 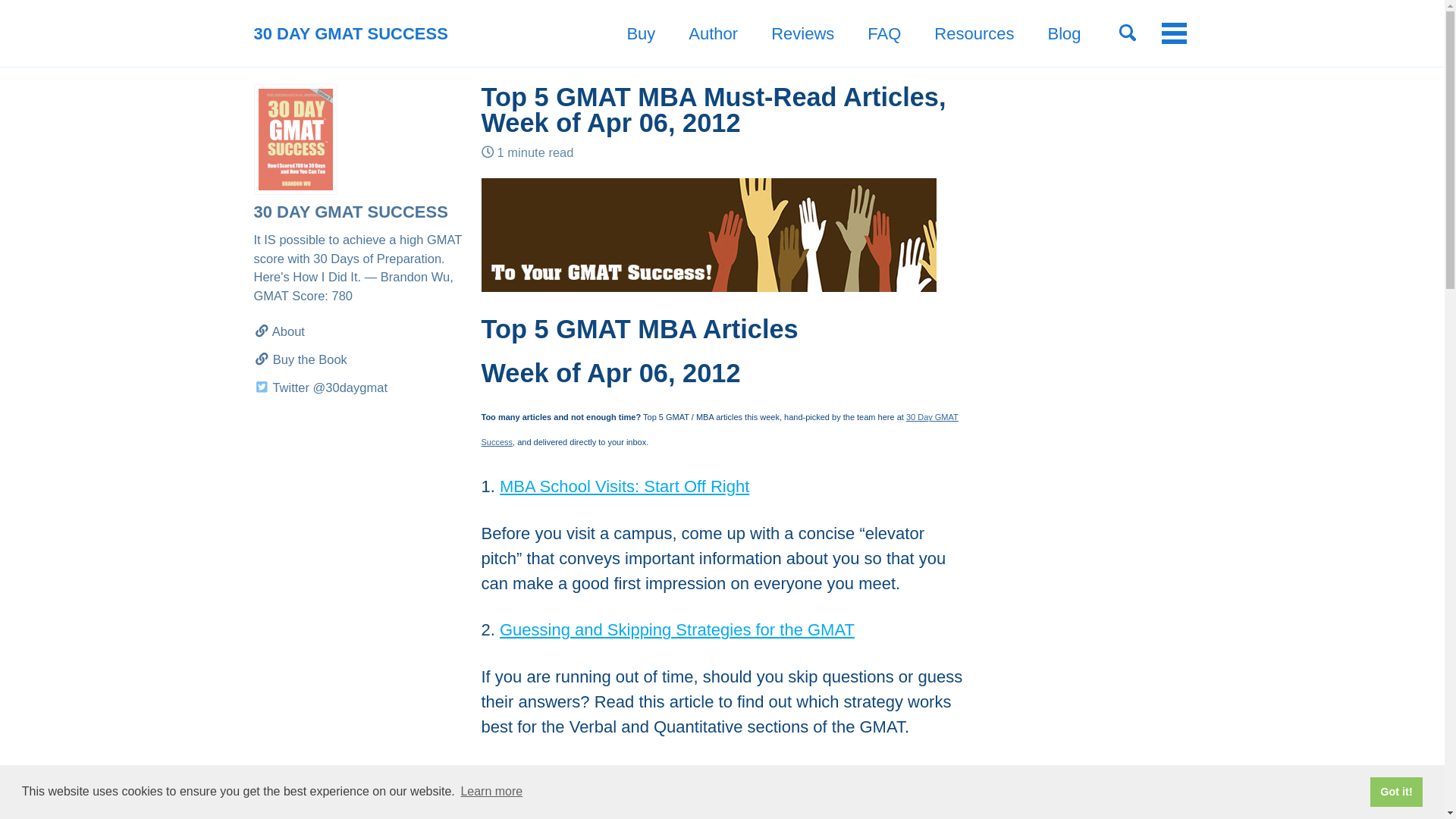 I want to click on 'FAQ', so click(x=884, y=33).